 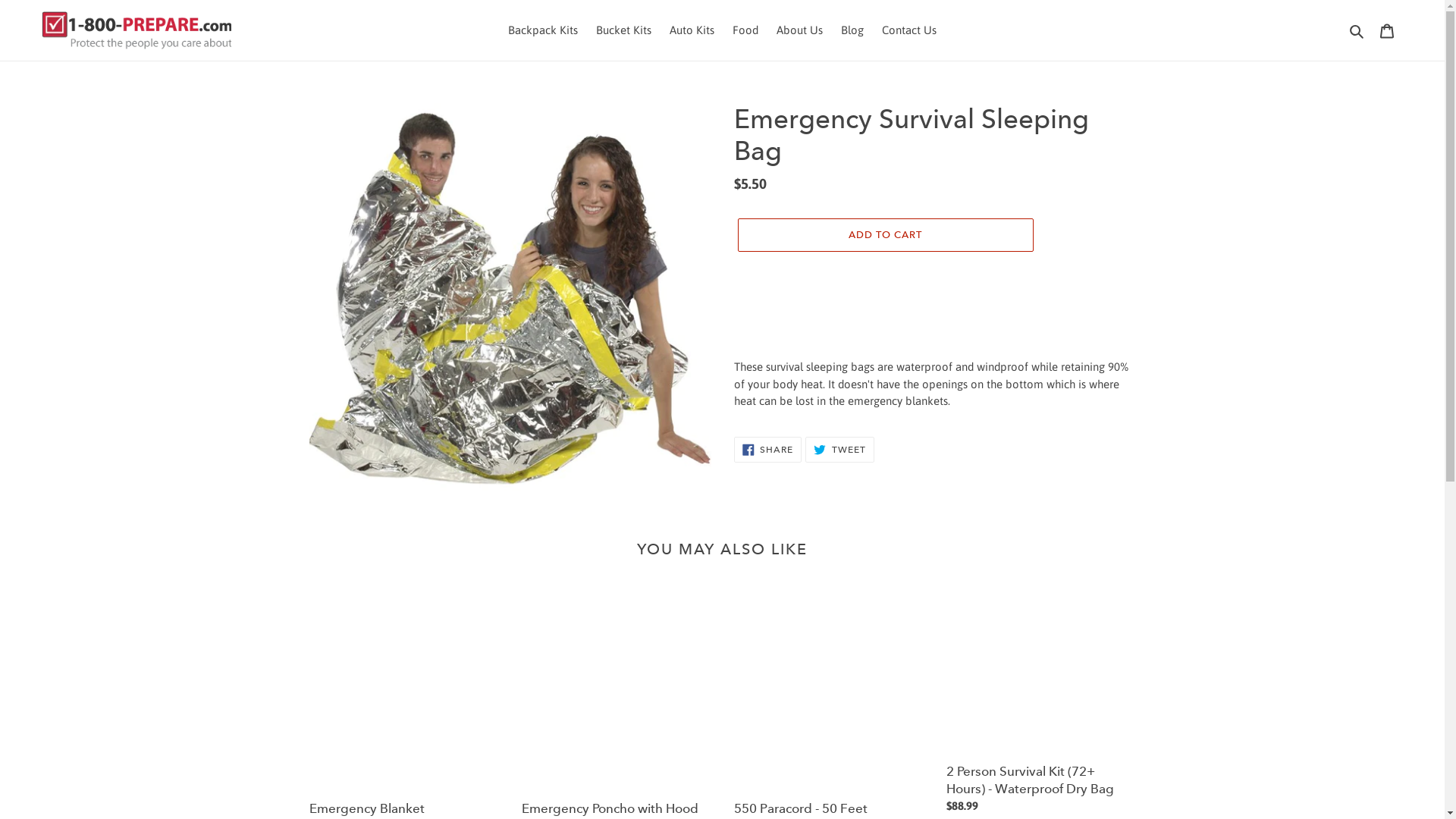 What do you see at coordinates (1386, 30) in the screenshot?
I see `'Cart'` at bounding box center [1386, 30].